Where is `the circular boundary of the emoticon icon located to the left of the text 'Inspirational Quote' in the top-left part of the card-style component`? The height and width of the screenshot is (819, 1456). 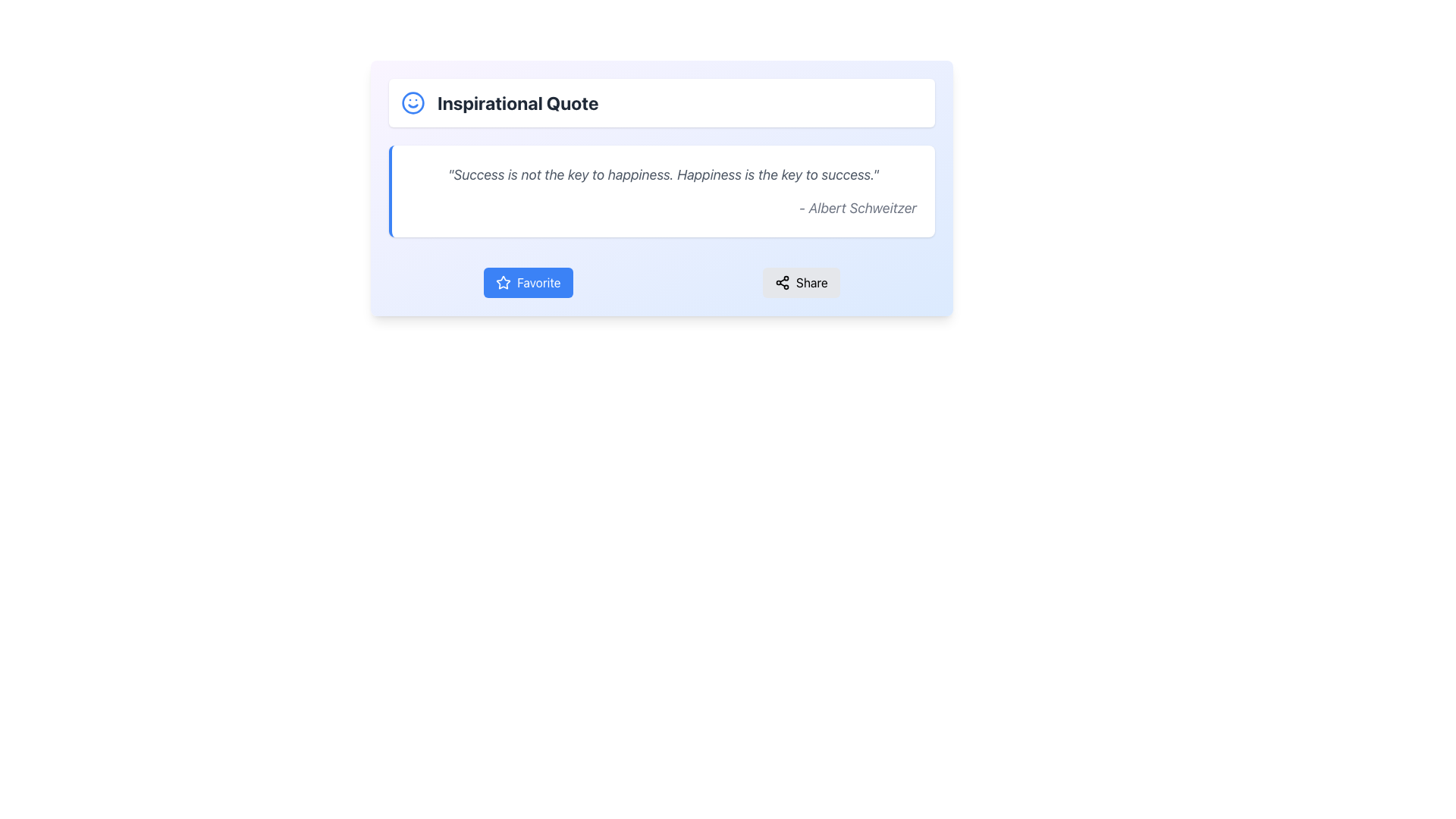 the circular boundary of the emoticon icon located to the left of the text 'Inspirational Quote' in the top-left part of the card-style component is located at coordinates (413, 102).